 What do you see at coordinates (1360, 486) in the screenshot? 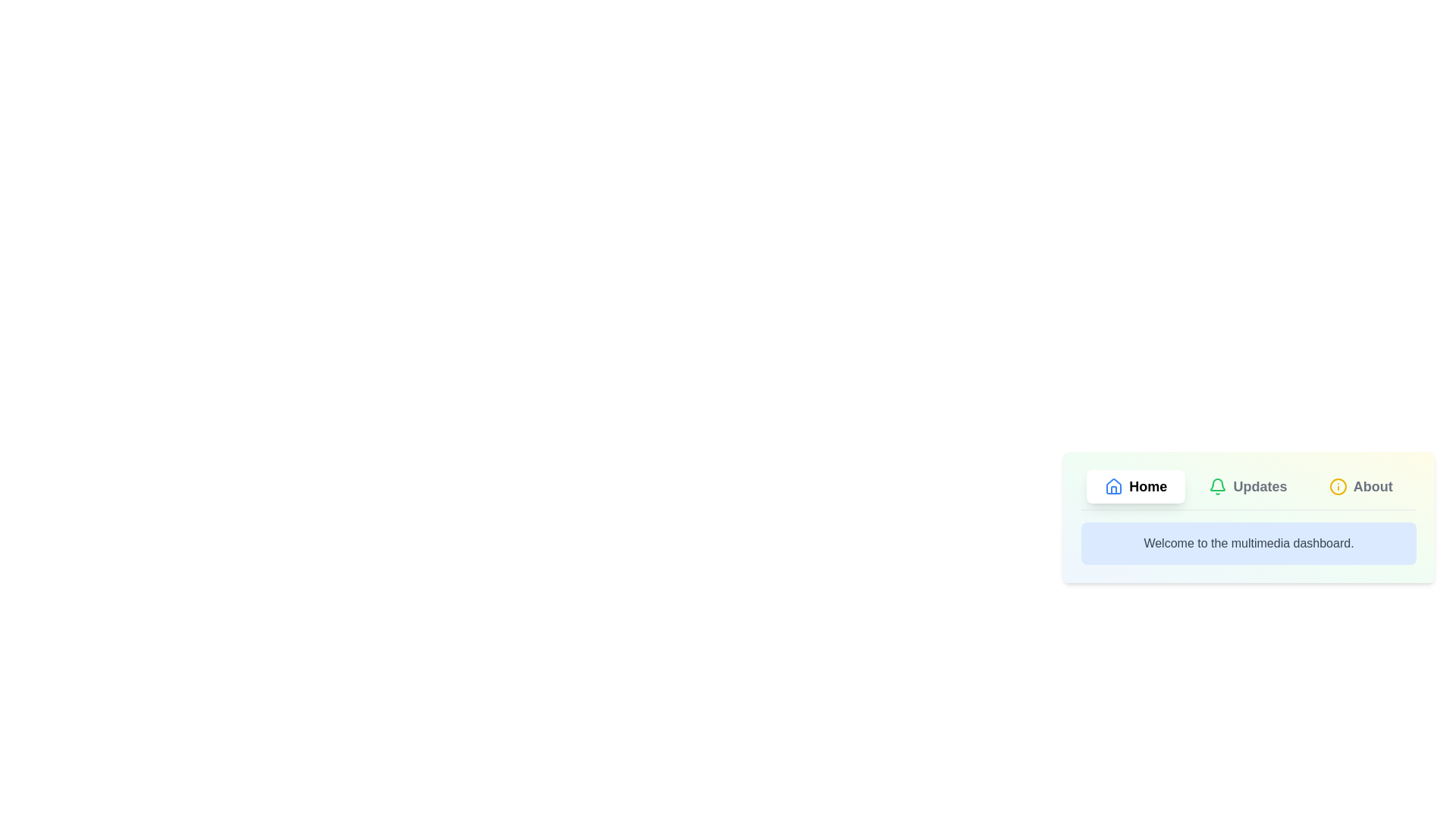
I see `the About tab` at bounding box center [1360, 486].